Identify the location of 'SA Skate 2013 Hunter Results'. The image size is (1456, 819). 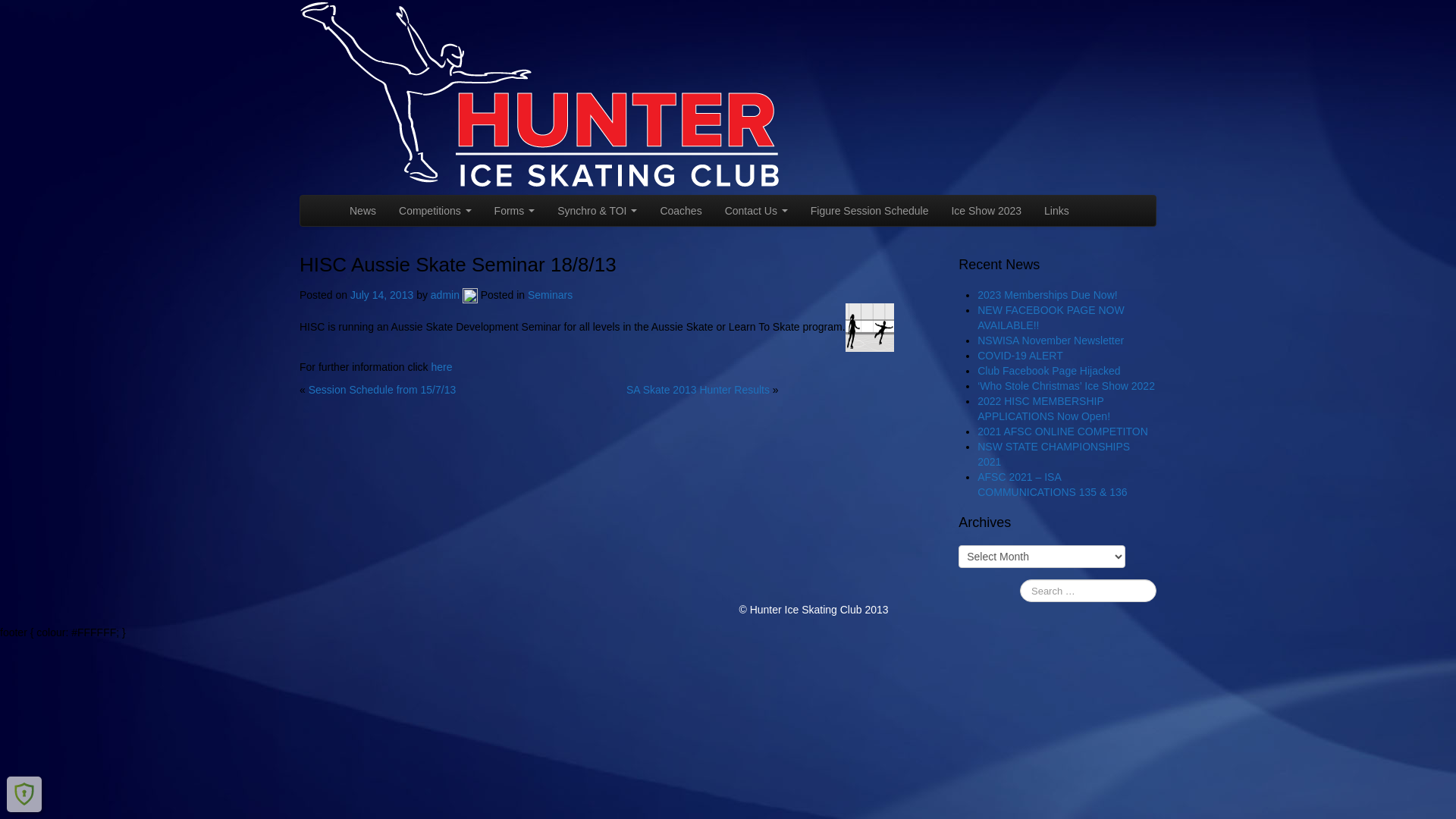
(697, 388).